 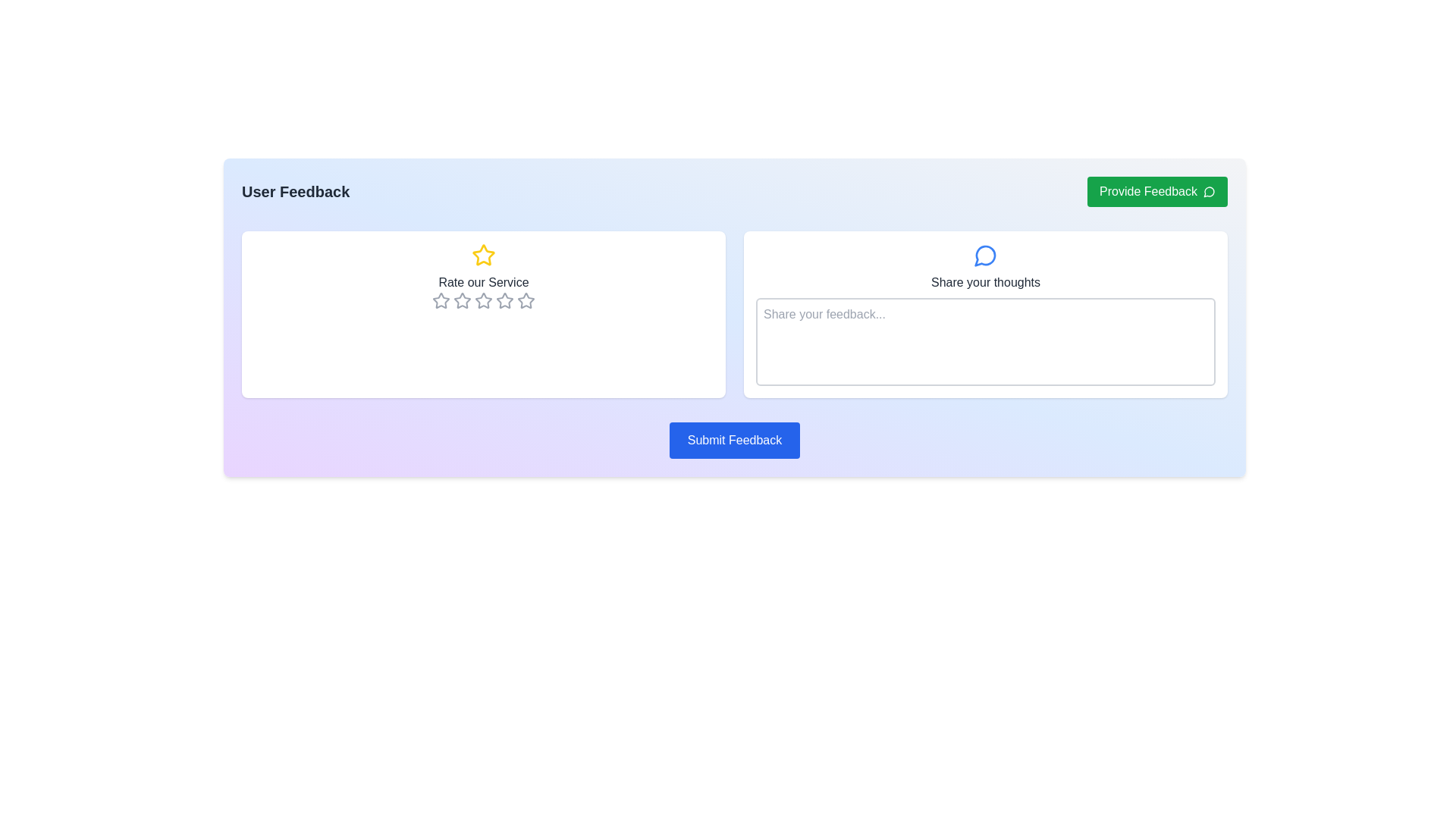 I want to click on the fourth rating star icon, so click(x=526, y=300).